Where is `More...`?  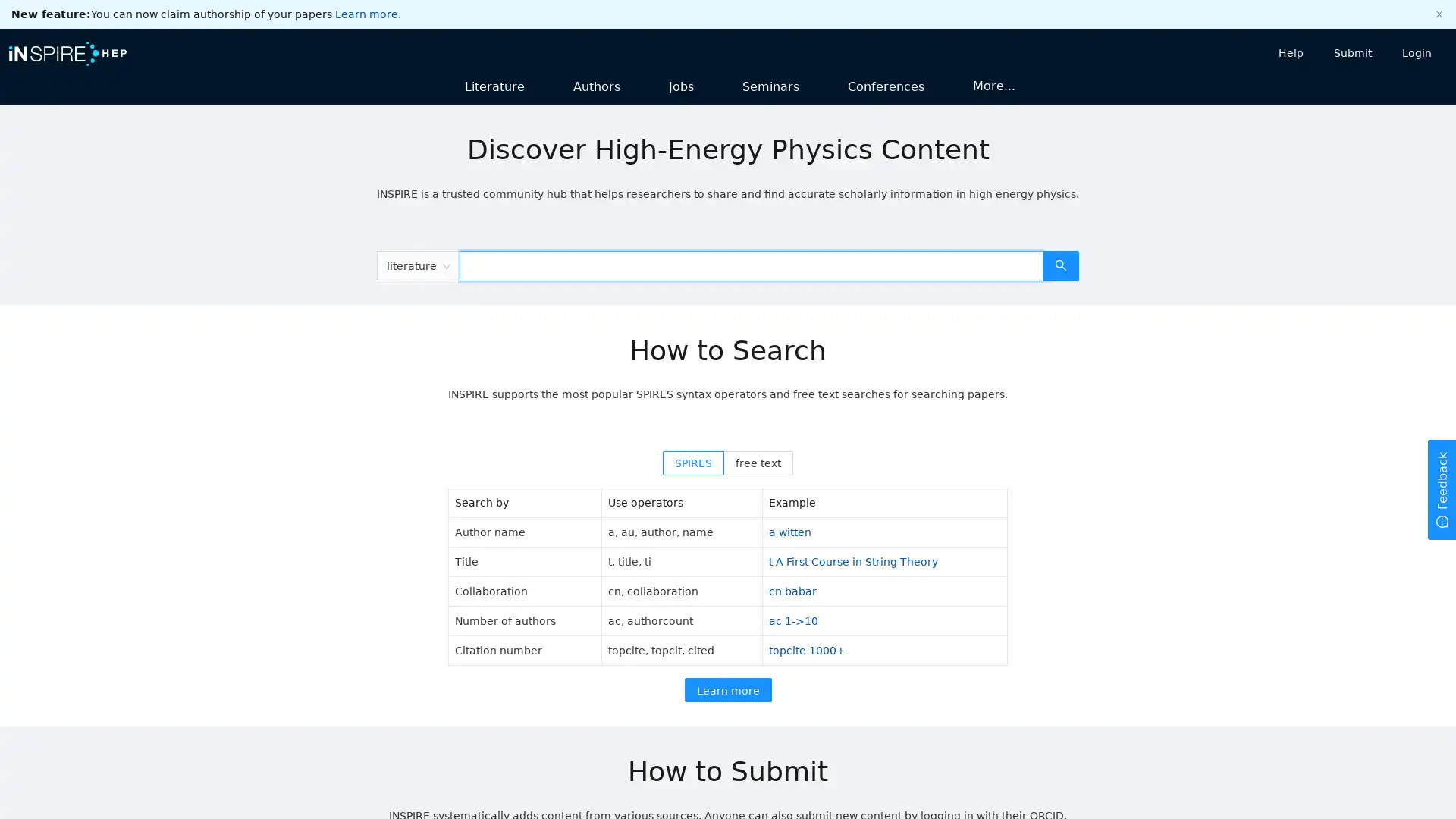 More... is located at coordinates (993, 85).